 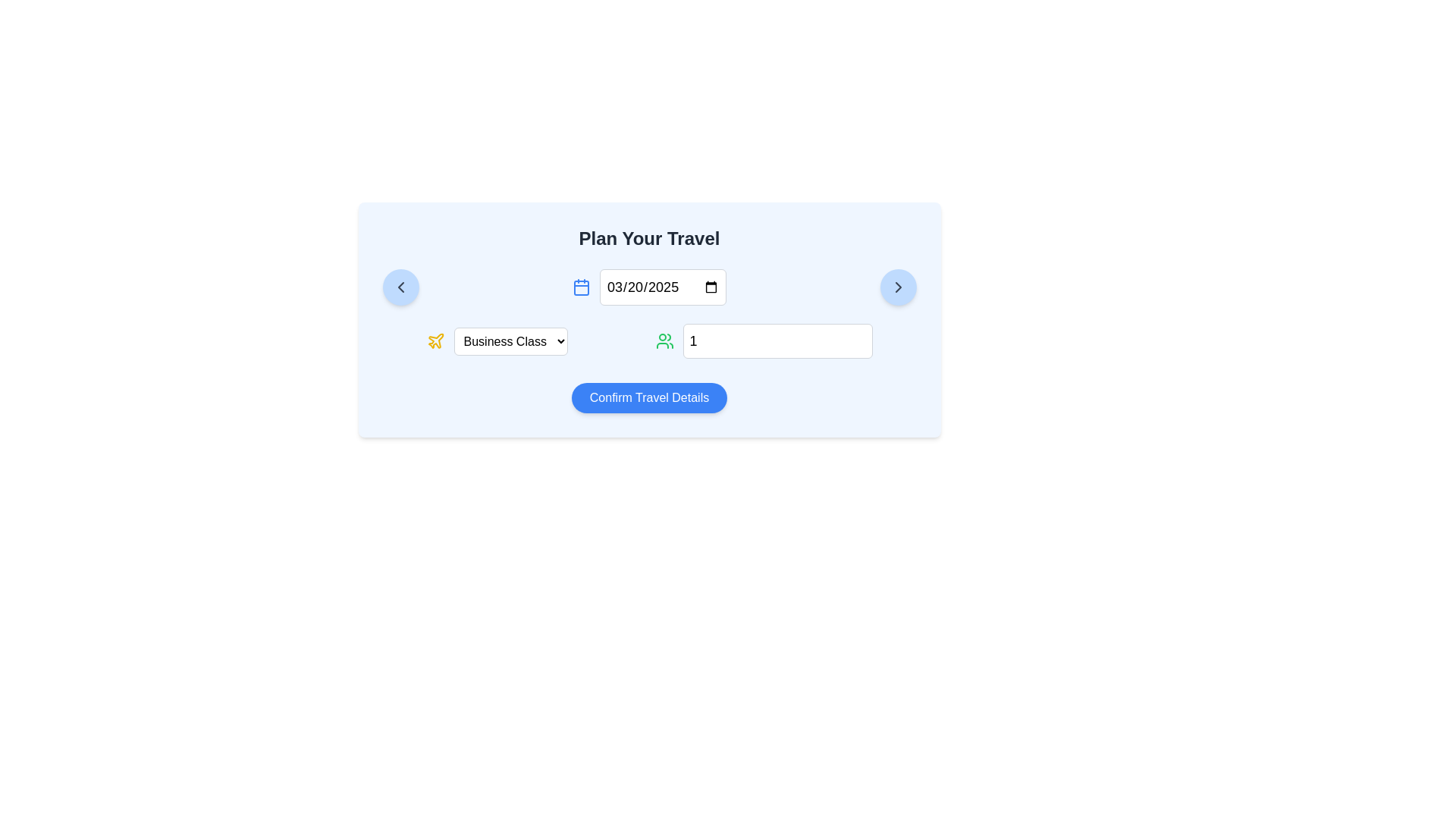 I want to click on the confirm button used to proceed with travel planning, so click(x=649, y=397).